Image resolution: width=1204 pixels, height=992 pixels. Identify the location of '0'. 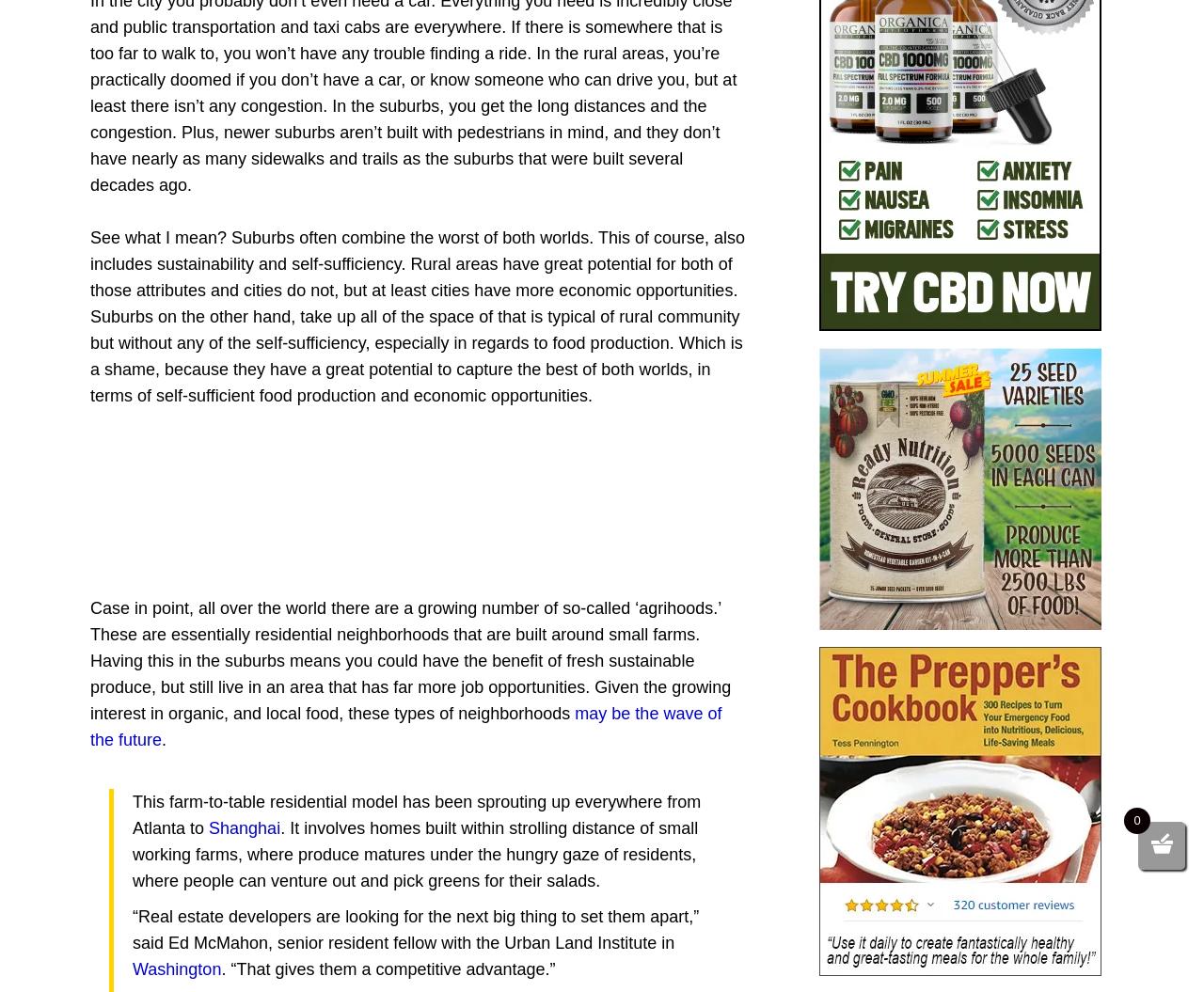
(1135, 820).